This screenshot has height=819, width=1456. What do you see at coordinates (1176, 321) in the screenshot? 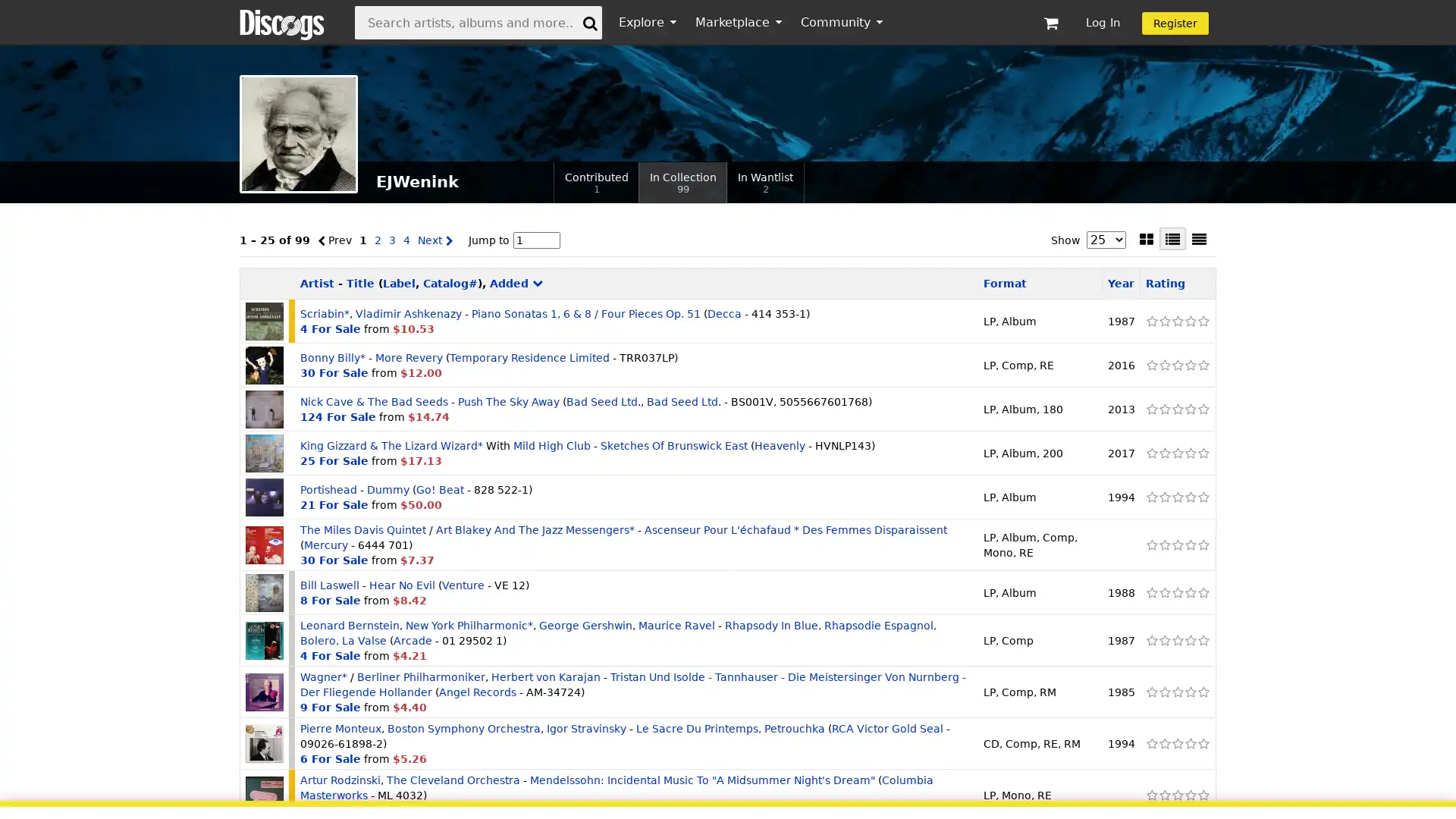
I see `Rate this release 3 stars.` at bounding box center [1176, 321].